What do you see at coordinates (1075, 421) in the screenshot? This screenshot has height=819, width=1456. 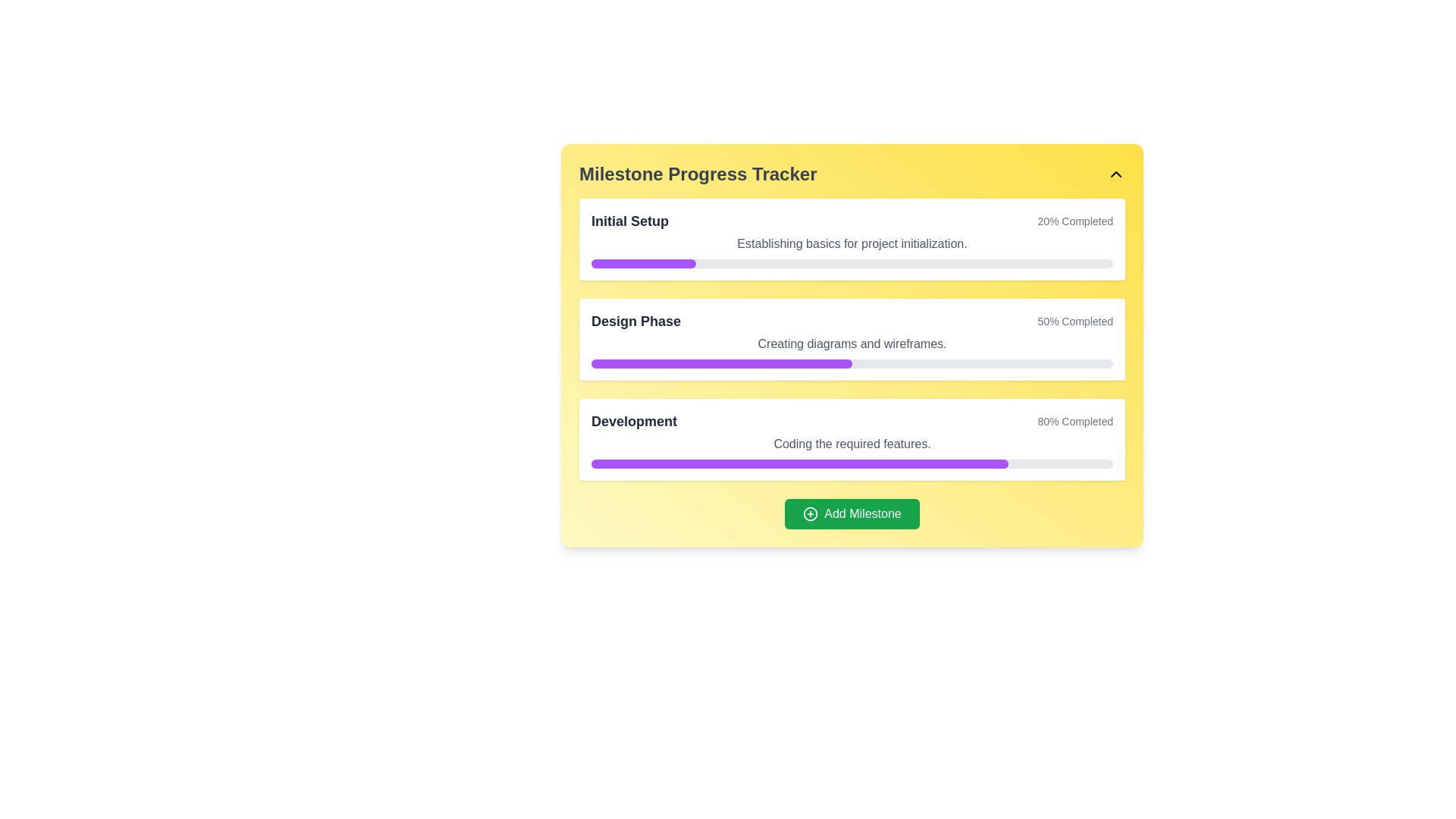 I see `the progress percentage label in the 'Development' section of the milestone tracker located within the yellow box` at bounding box center [1075, 421].